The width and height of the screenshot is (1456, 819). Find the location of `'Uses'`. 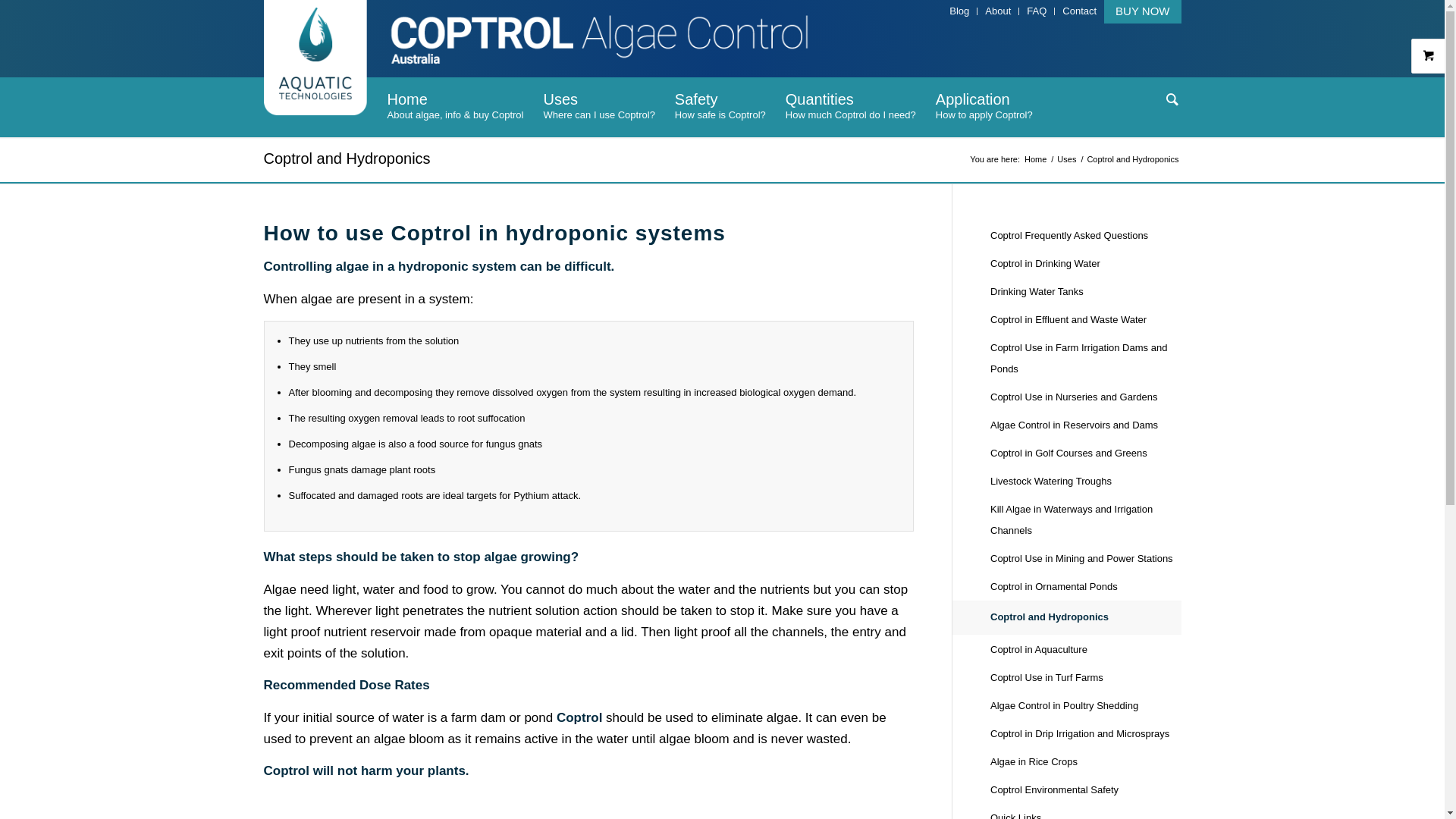

'Uses' is located at coordinates (598, 106).